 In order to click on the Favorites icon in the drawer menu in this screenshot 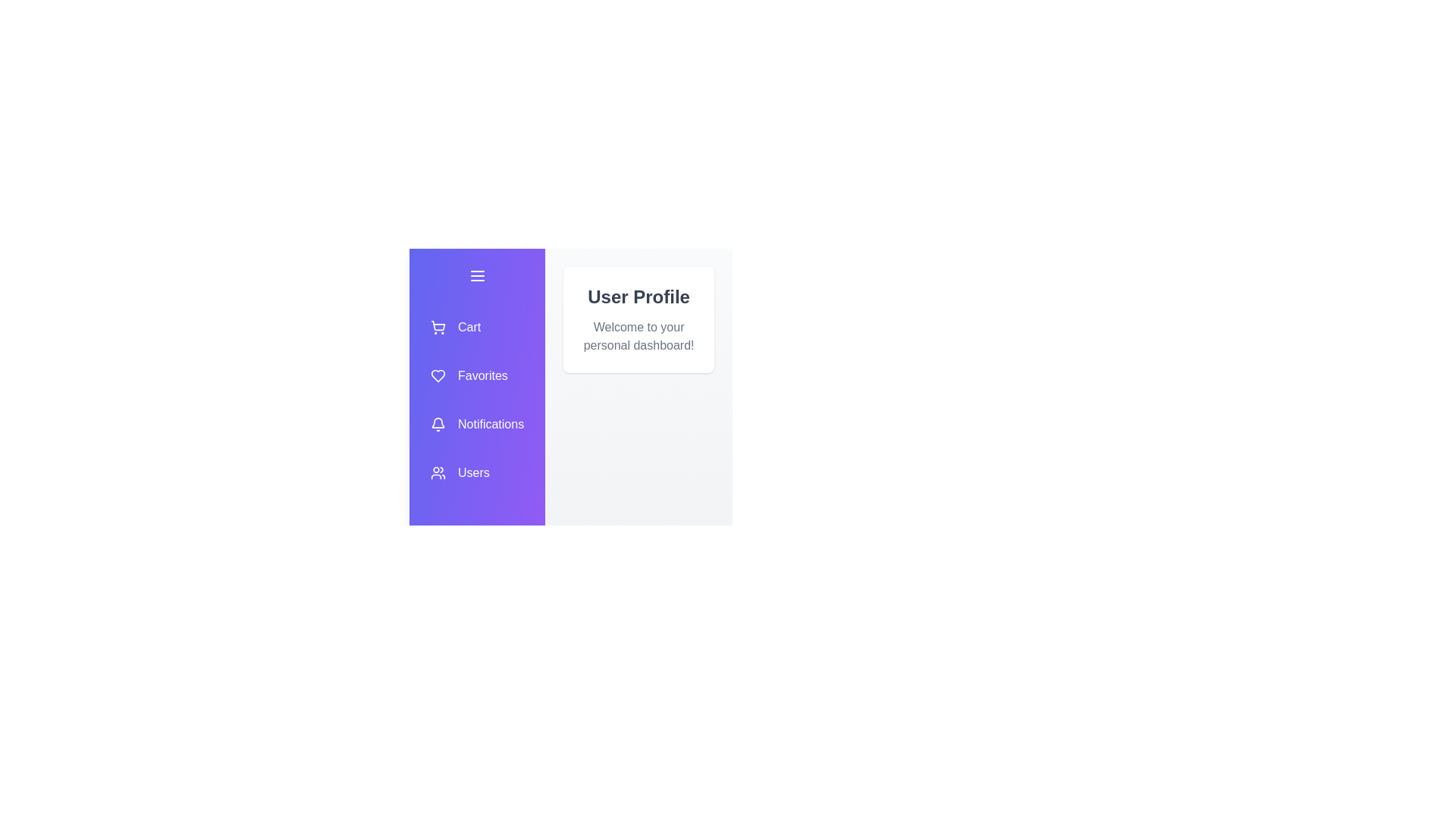, I will do `click(476, 375)`.